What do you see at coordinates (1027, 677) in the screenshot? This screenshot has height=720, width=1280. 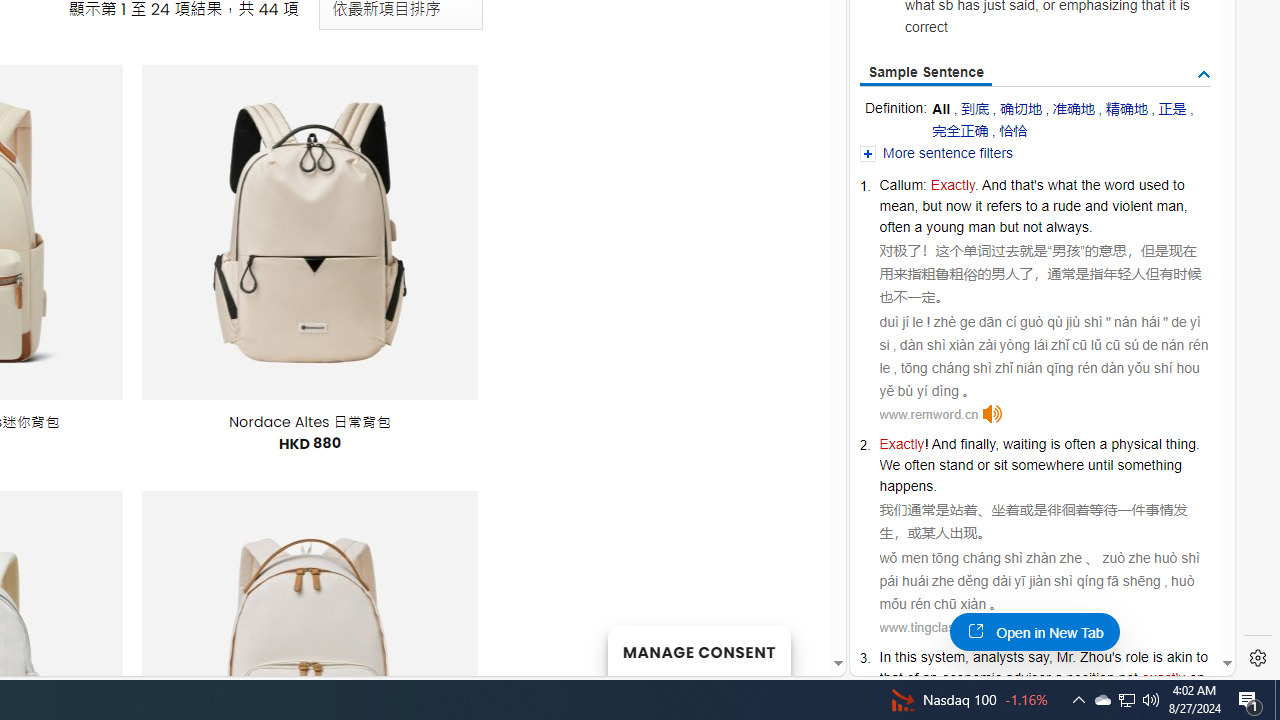 I see `'adviser'` at bounding box center [1027, 677].